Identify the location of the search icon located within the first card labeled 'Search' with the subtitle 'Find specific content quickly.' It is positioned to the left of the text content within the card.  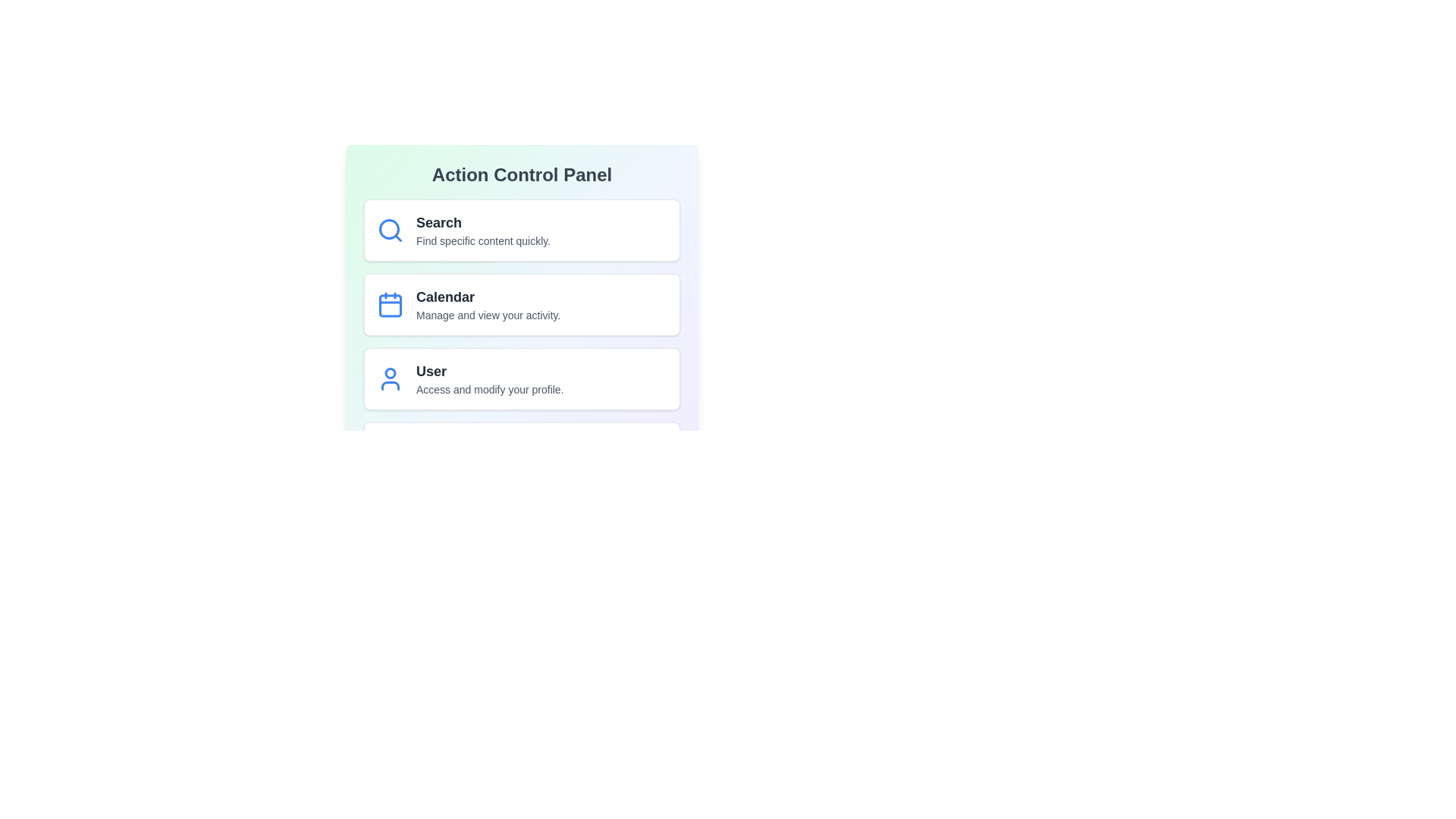
(390, 231).